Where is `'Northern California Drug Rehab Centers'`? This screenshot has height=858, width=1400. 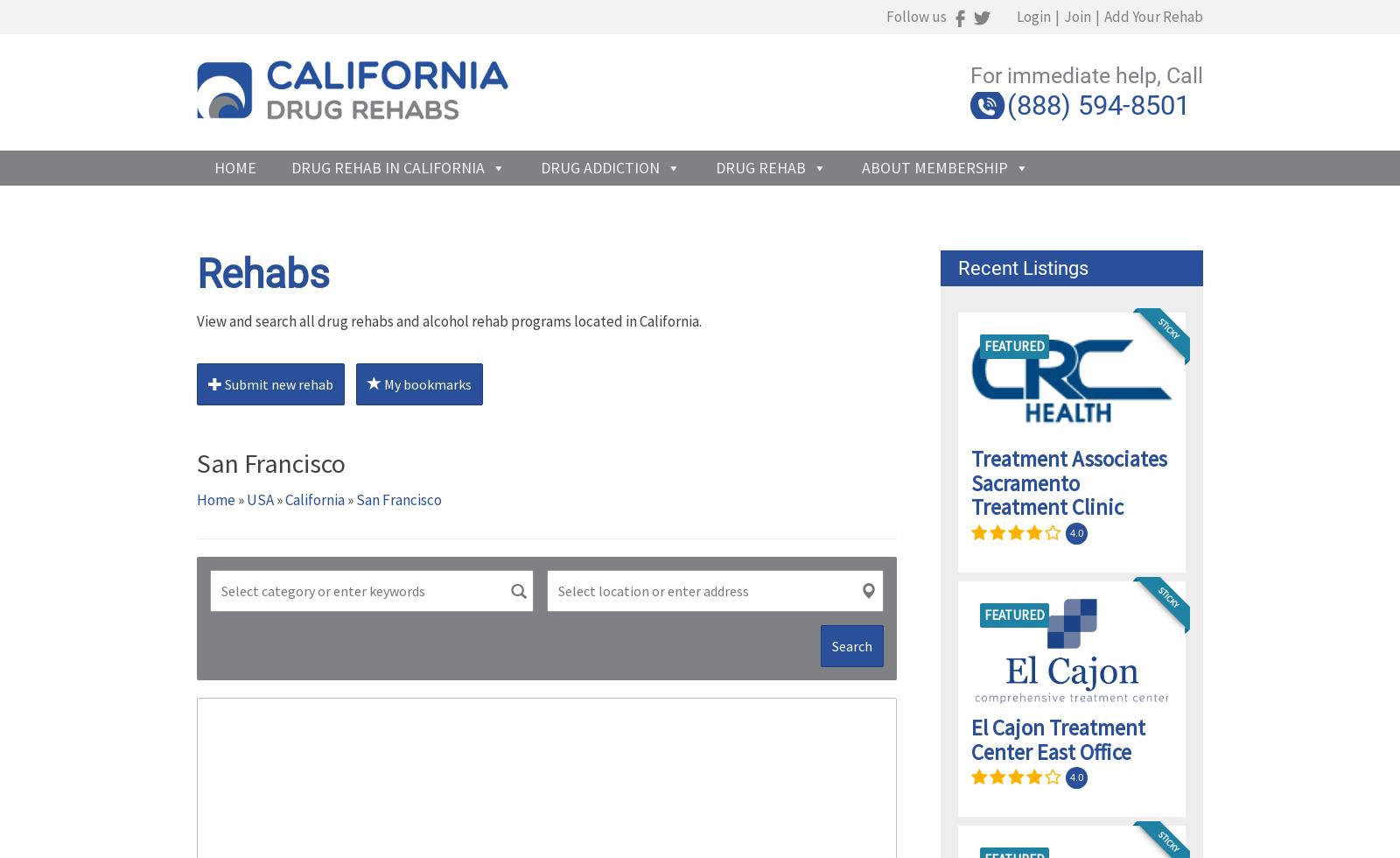 'Northern California Drug Rehab Centers' is located at coordinates (331, 290).